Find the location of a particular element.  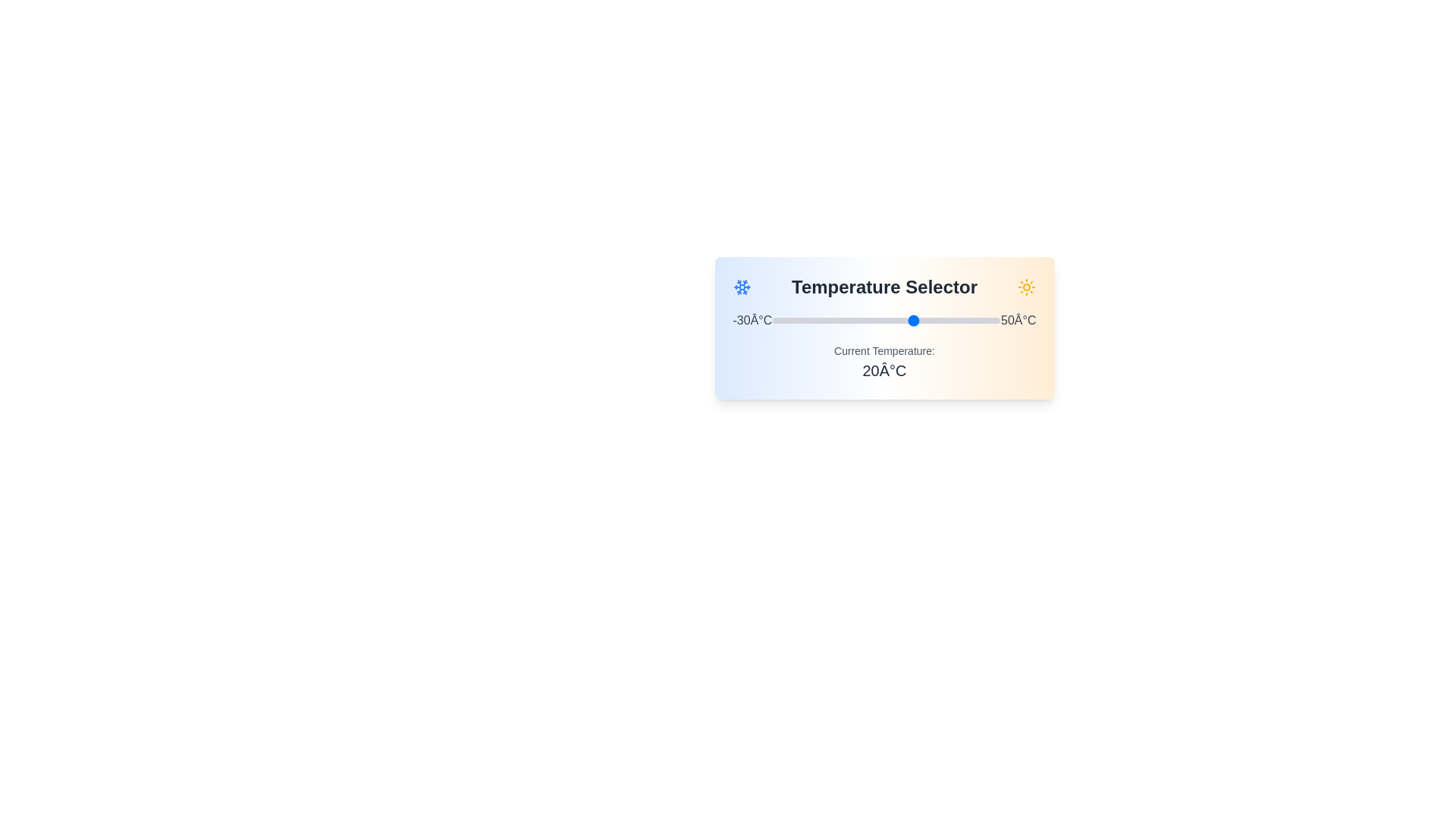

displayed temperature from the text label showing '20°C', which is styled in bold dark gray and is centrally located below the 'Current Temperature:' label is located at coordinates (884, 371).